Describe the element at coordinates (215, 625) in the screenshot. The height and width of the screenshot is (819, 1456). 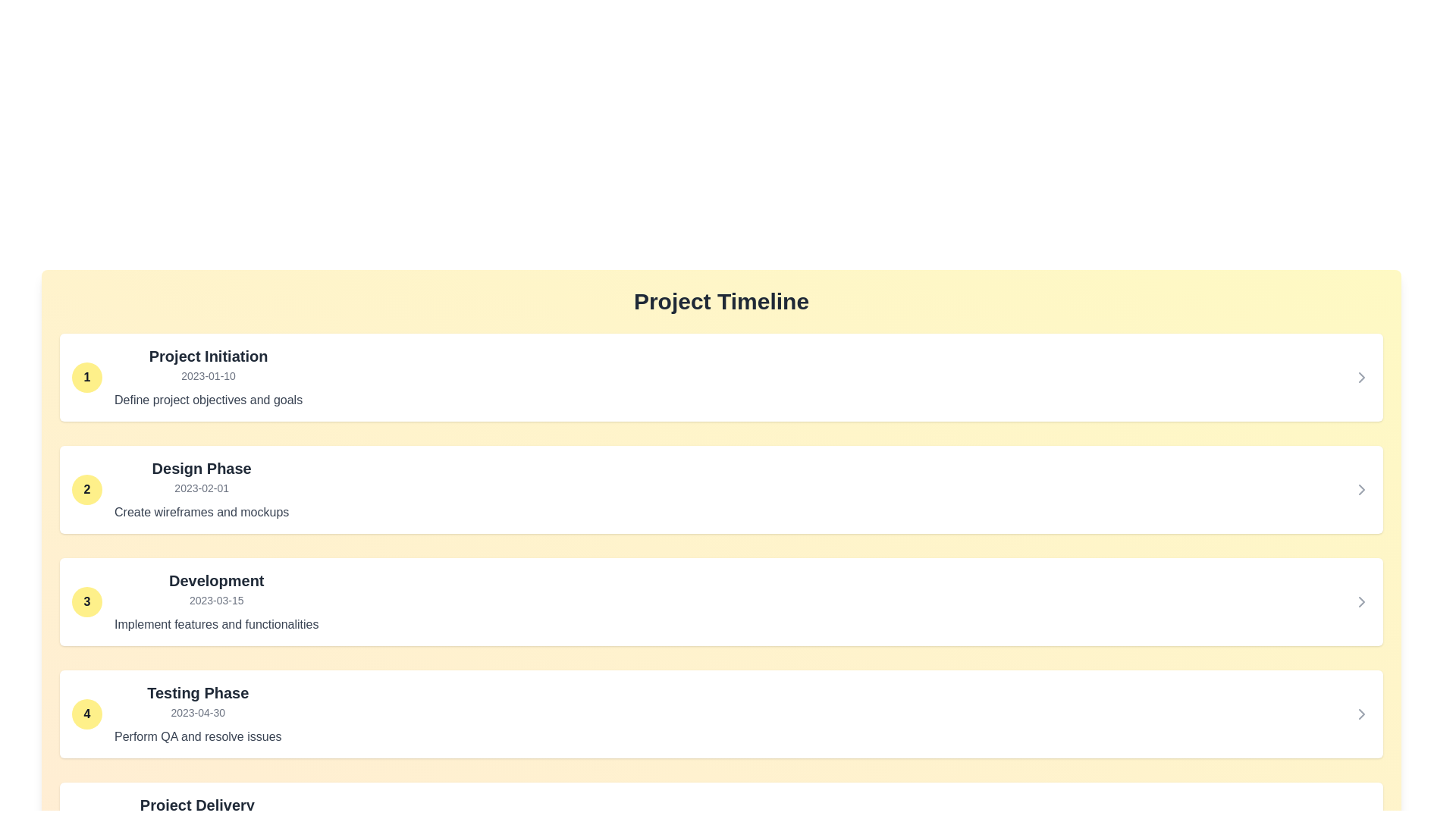
I see `the descriptive Text Label located in the 'Development' section of the project timeline, which provides information about key activities or tasks associated with this phase` at that location.